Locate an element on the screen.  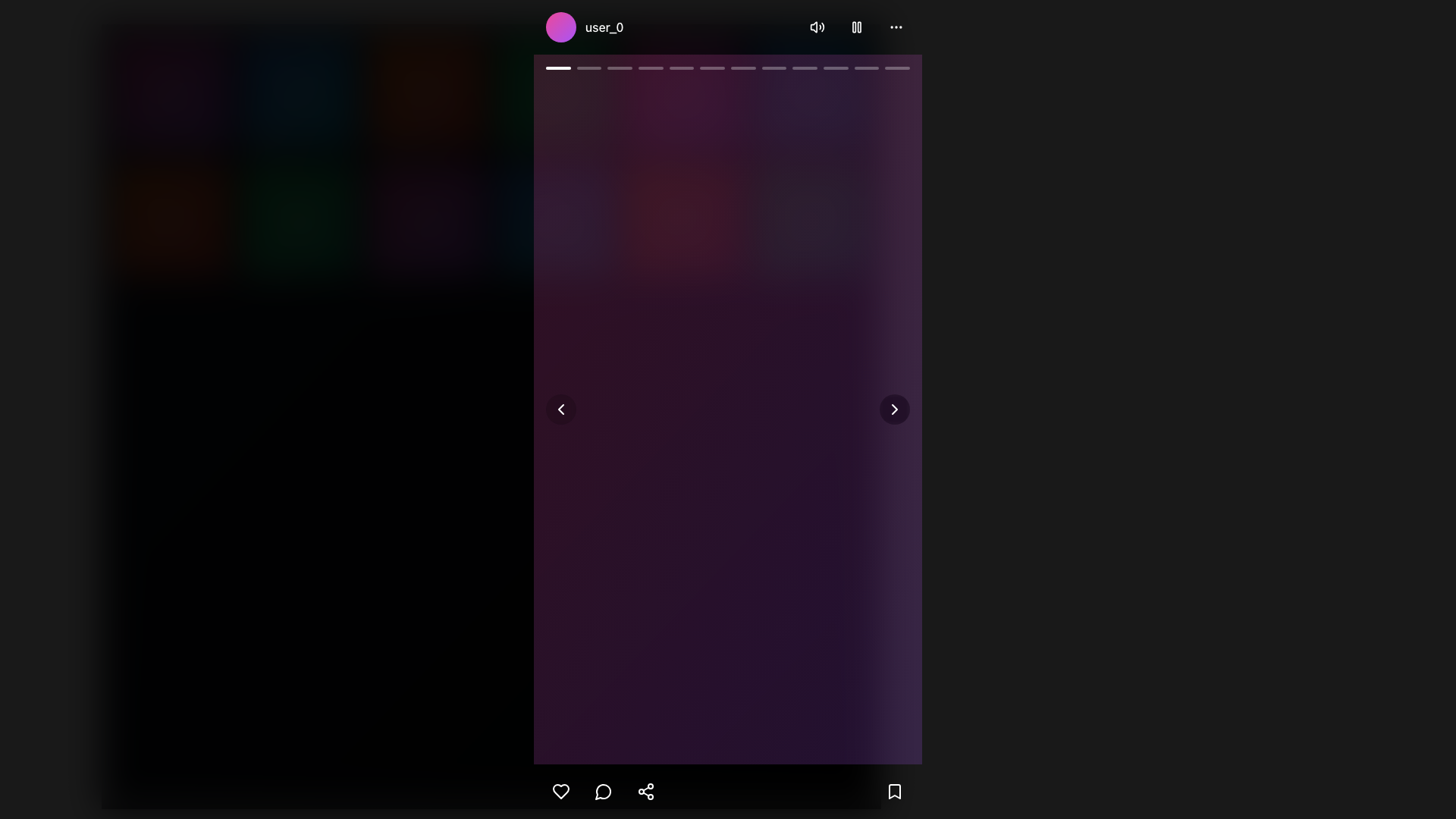
the left vertical bar of the pause icon located in the top right corner of the application to interact with the pause control is located at coordinates (854, 27).